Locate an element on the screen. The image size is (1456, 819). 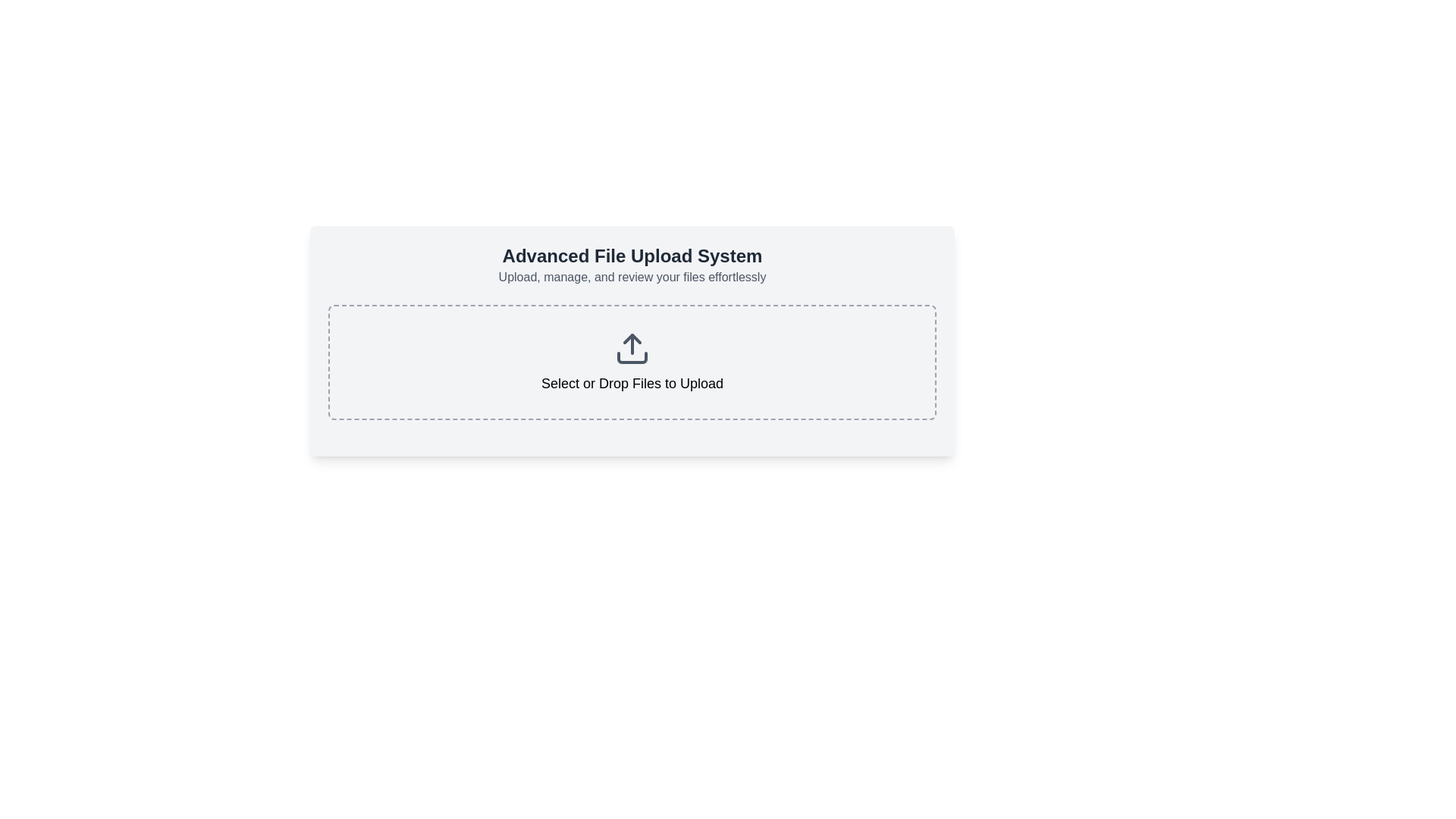
the file upload area with a dropzone feature located within the 'Advanced File Upload System' section is located at coordinates (632, 362).